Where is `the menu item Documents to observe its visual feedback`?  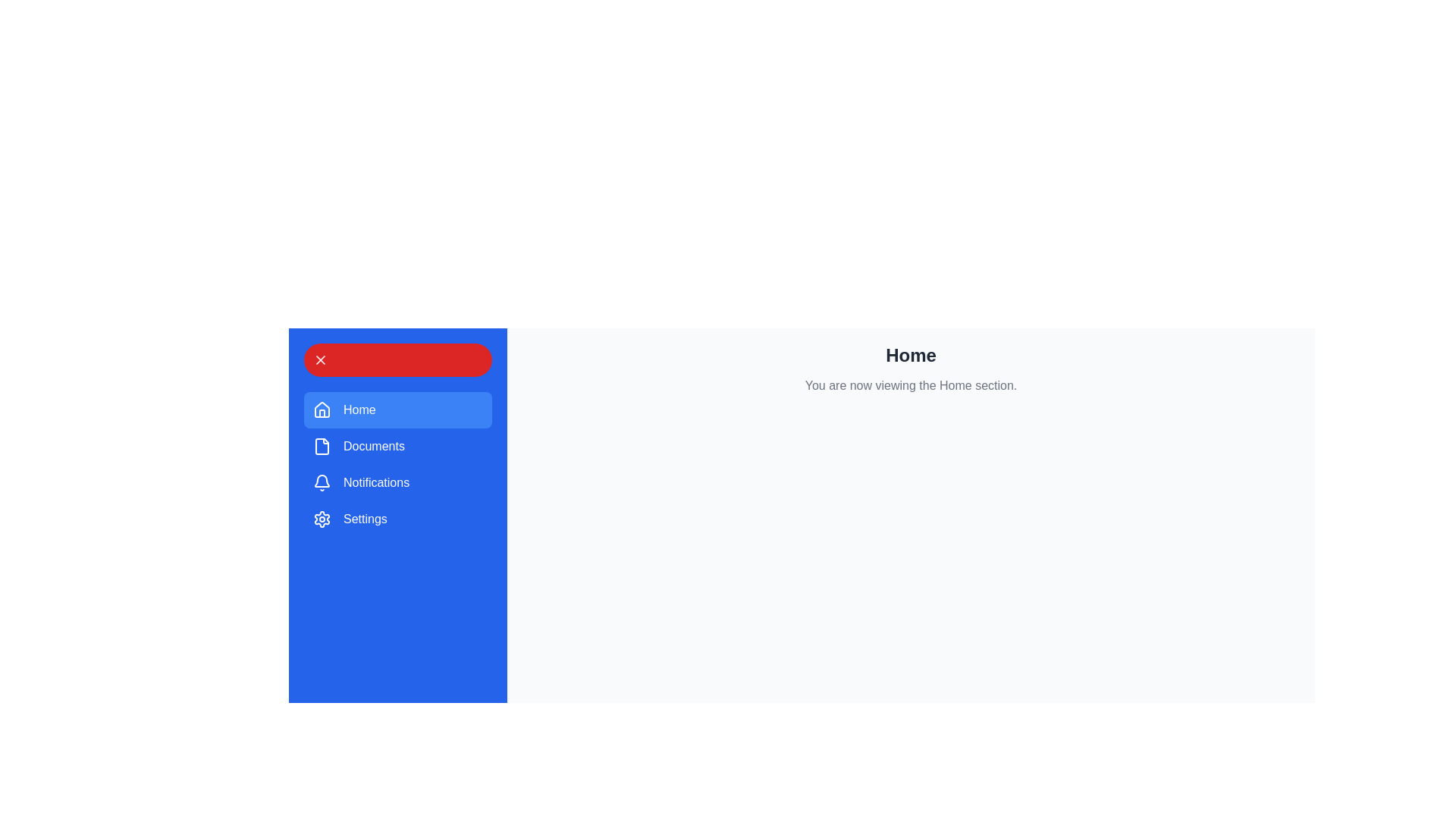 the menu item Documents to observe its visual feedback is located at coordinates (397, 446).